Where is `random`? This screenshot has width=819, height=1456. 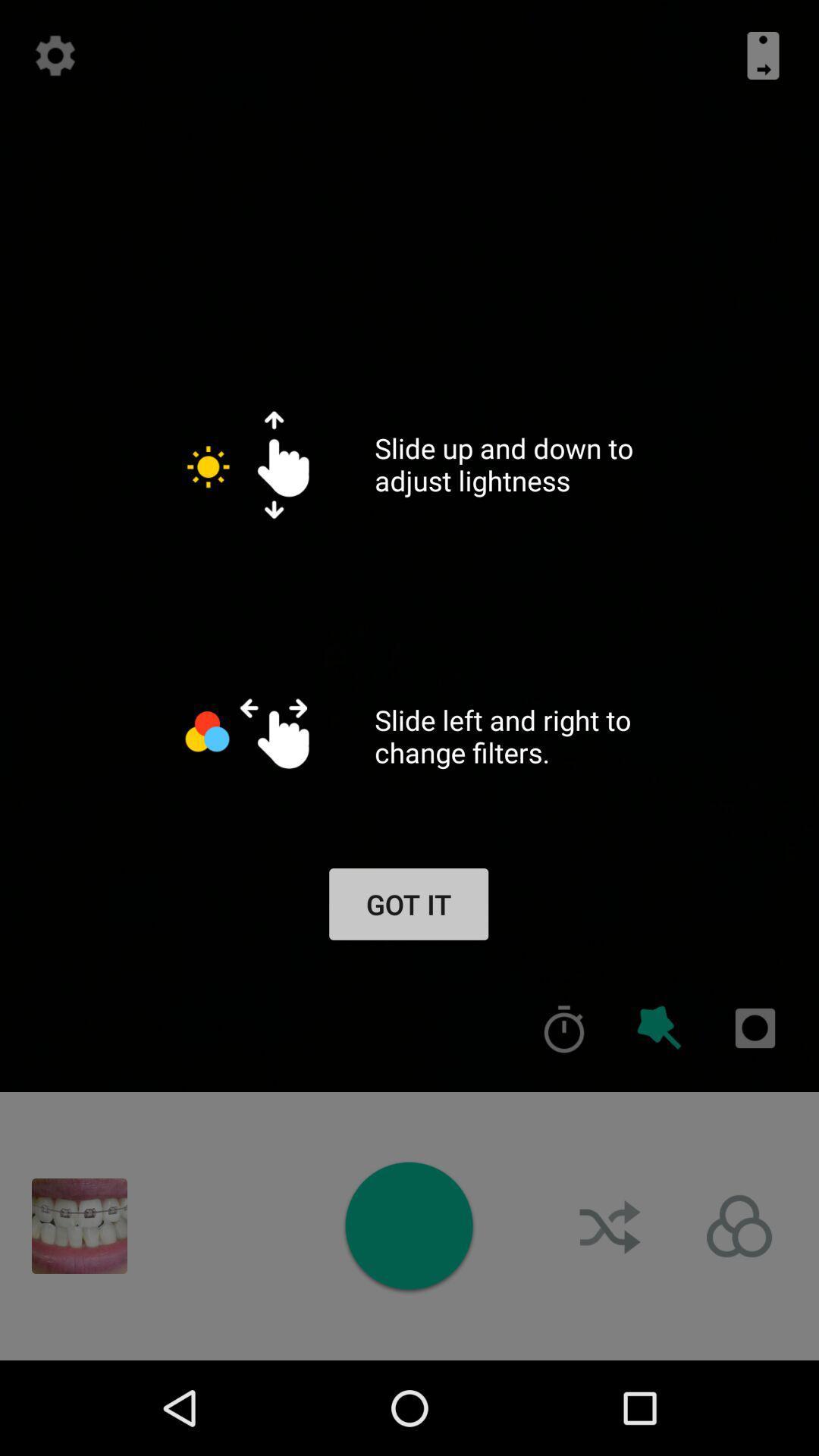
random is located at coordinates (610, 1226).